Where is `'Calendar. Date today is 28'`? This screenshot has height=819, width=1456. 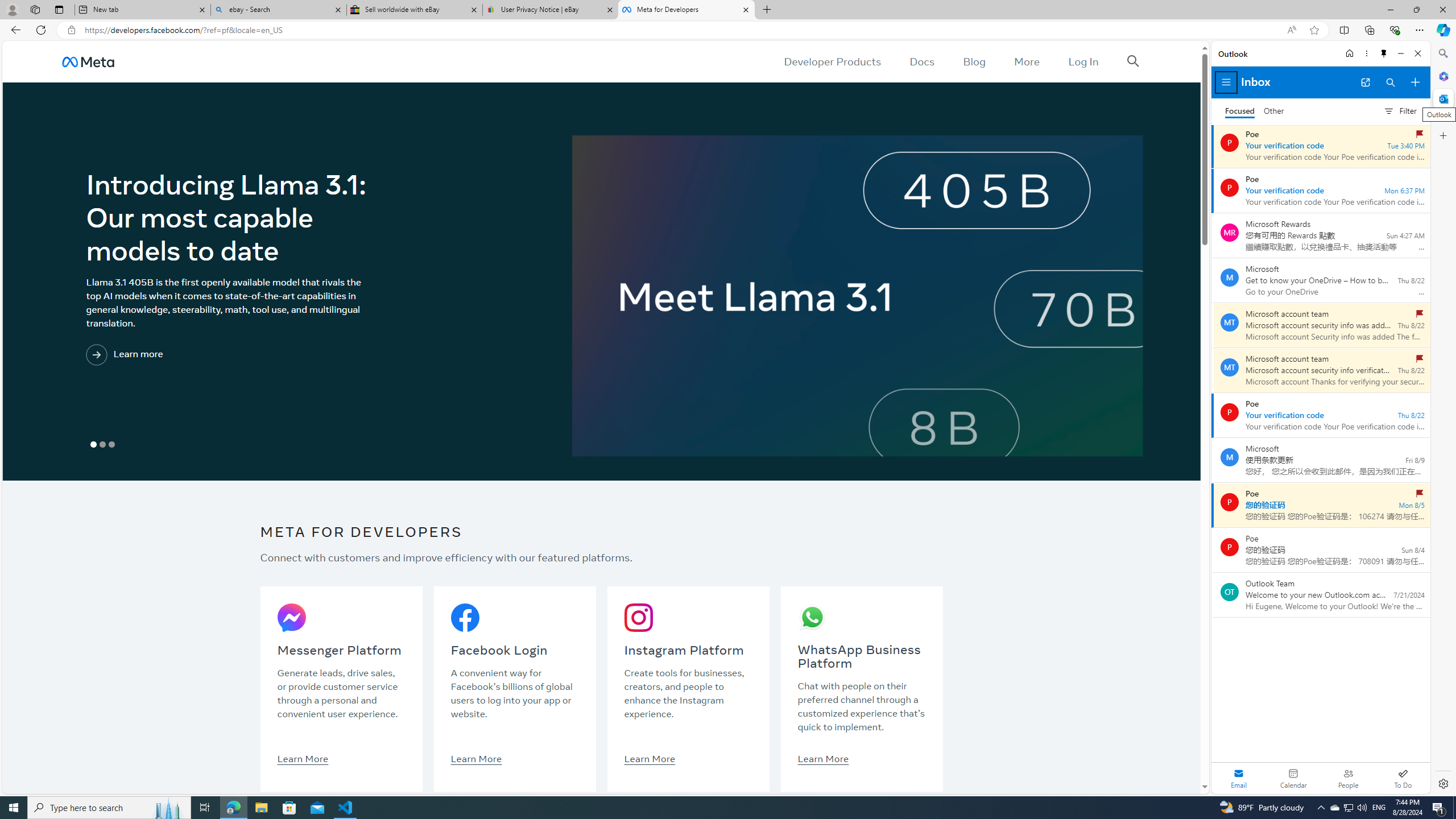
'Calendar. Date today is 28' is located at coordinates (1293, 777).